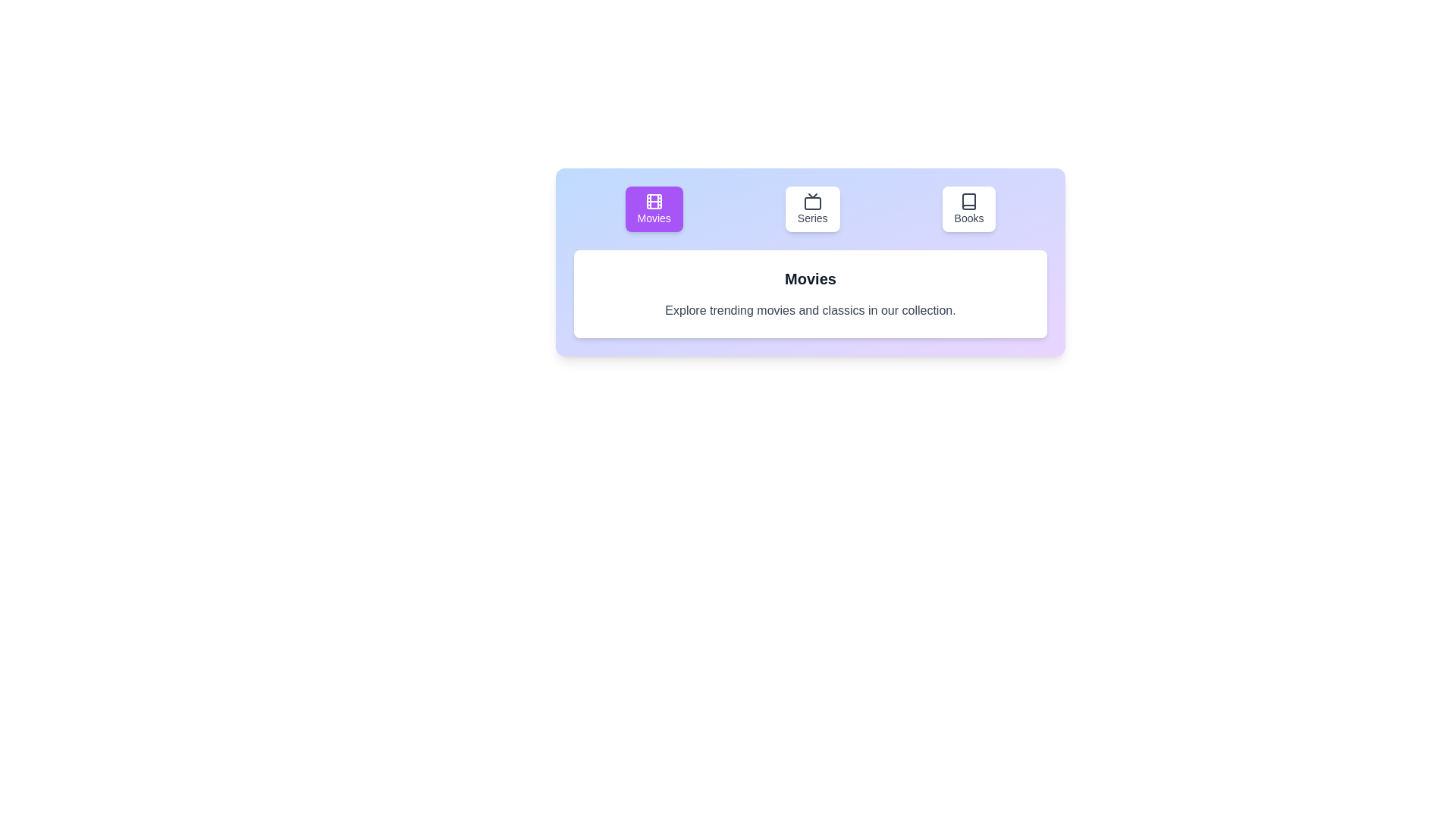 The image size is (1456, 819). What do you see at coordinates (654, 209) in the screenshot?
I see `the tab labeled Movies to observe its hover effect` at bounding box center [654, 209].